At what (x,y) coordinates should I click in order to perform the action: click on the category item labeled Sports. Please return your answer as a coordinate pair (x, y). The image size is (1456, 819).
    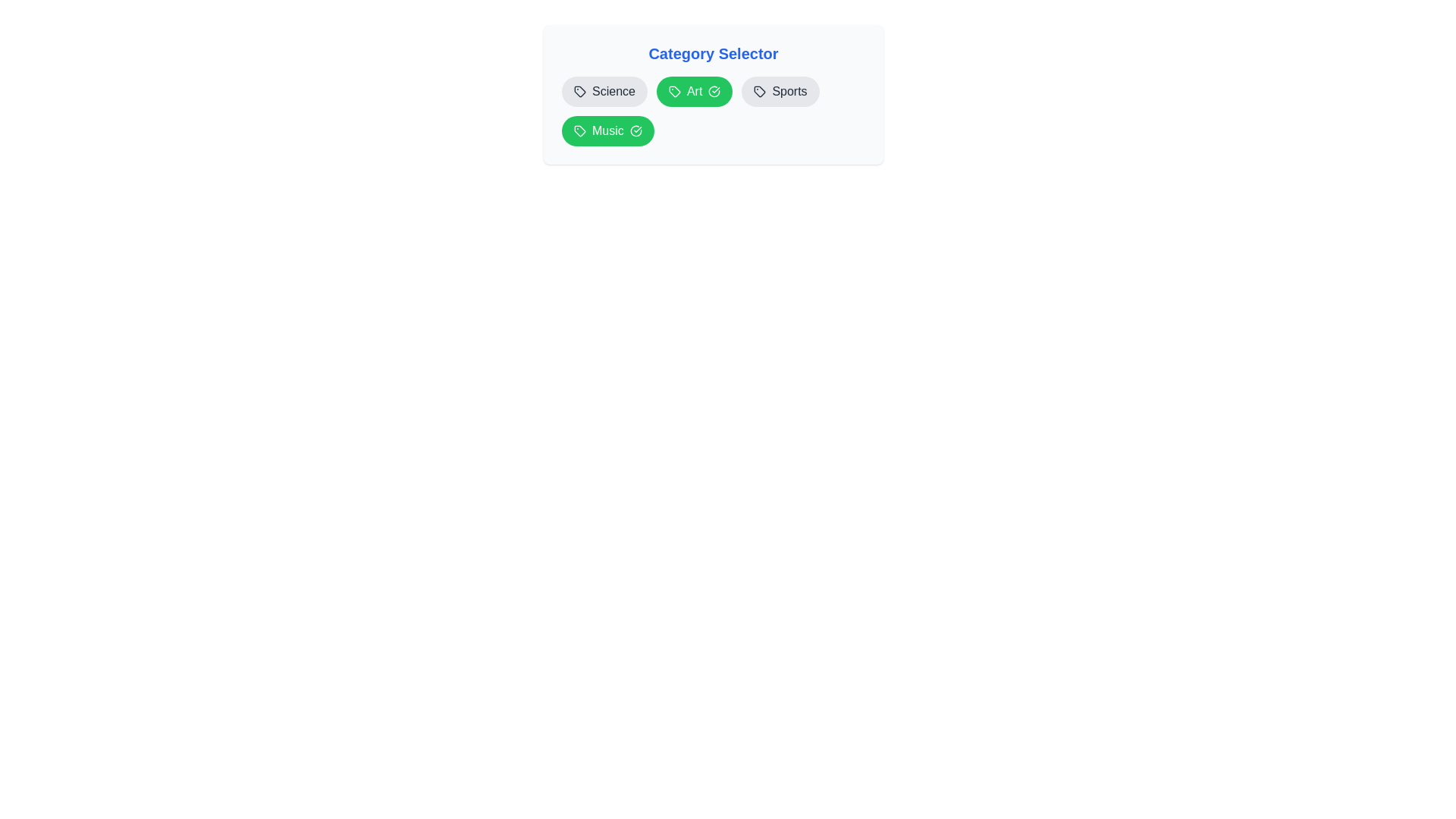
    Looking at the image, I should click on (780, 91).